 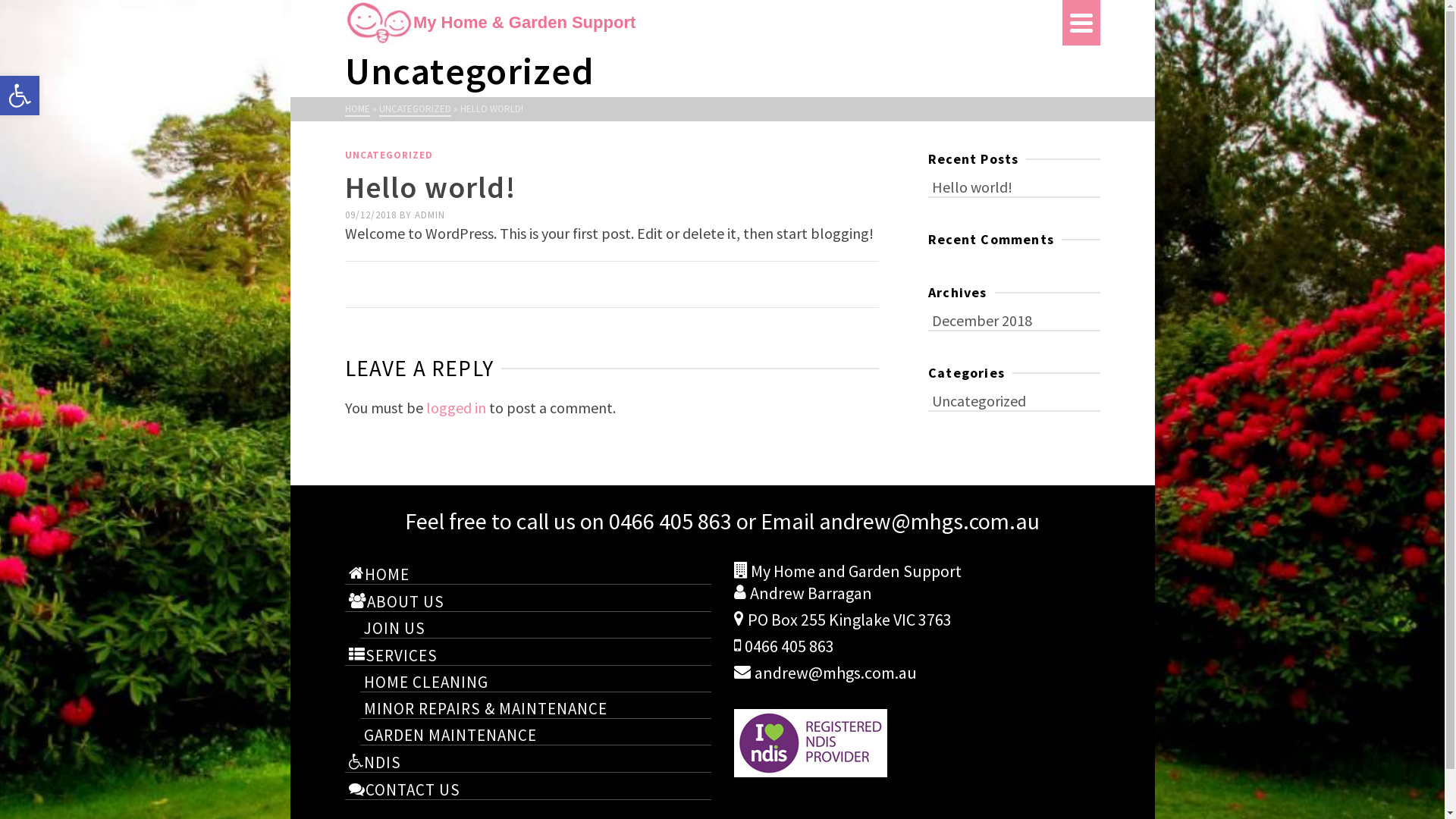 What do you see at coordinates (535, 626) in the screenshot?
I see `'JOIN US'` at bounding box center [535, 626].